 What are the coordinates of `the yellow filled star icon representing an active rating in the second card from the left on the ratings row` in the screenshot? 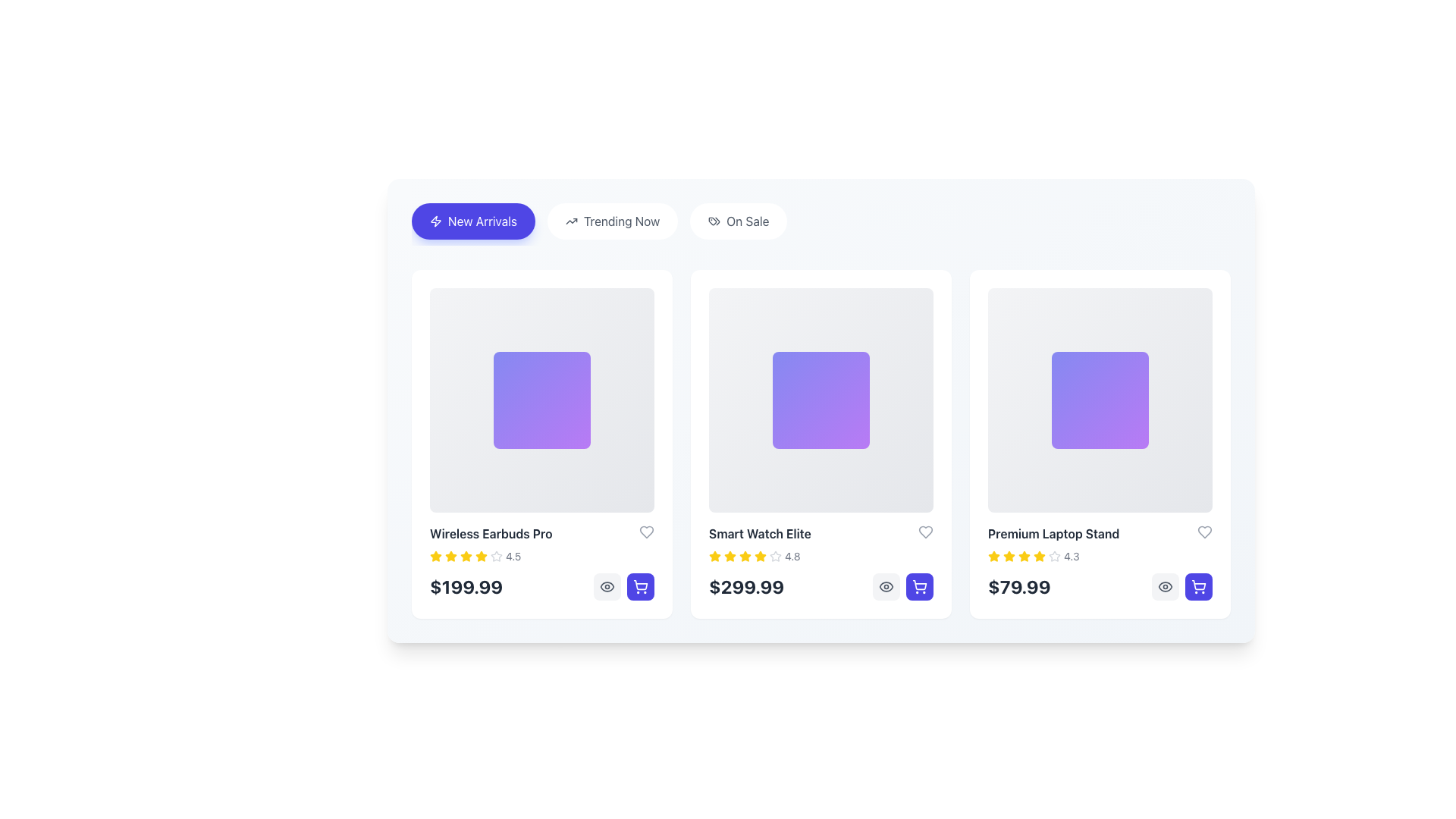 It's located at (714, 556).